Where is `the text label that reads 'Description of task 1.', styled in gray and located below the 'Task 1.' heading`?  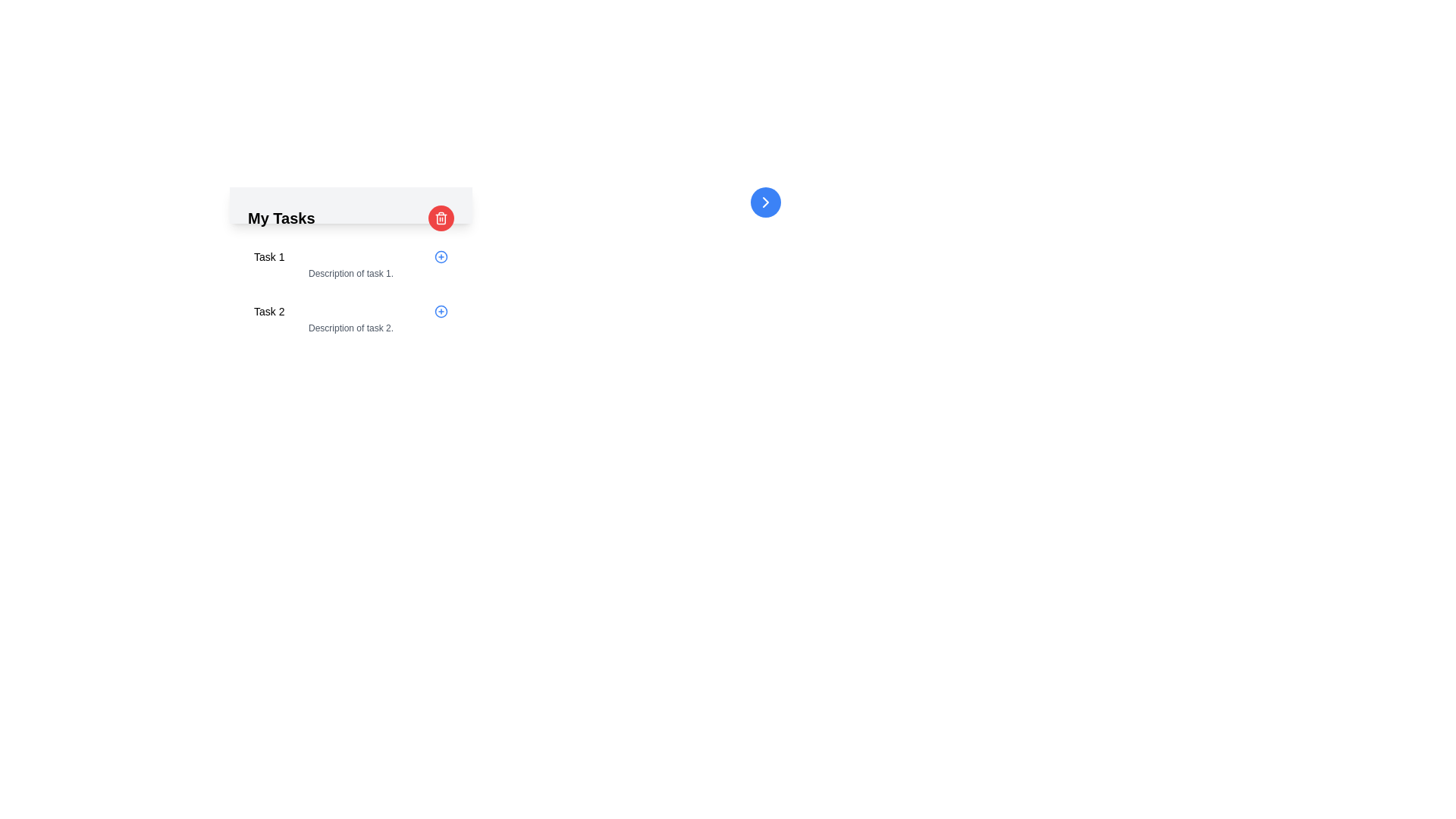
the text label that reads 'Description of task 1.', styled in gray and located below the 'Task 1.' heading is located at coordinates (350, 274).